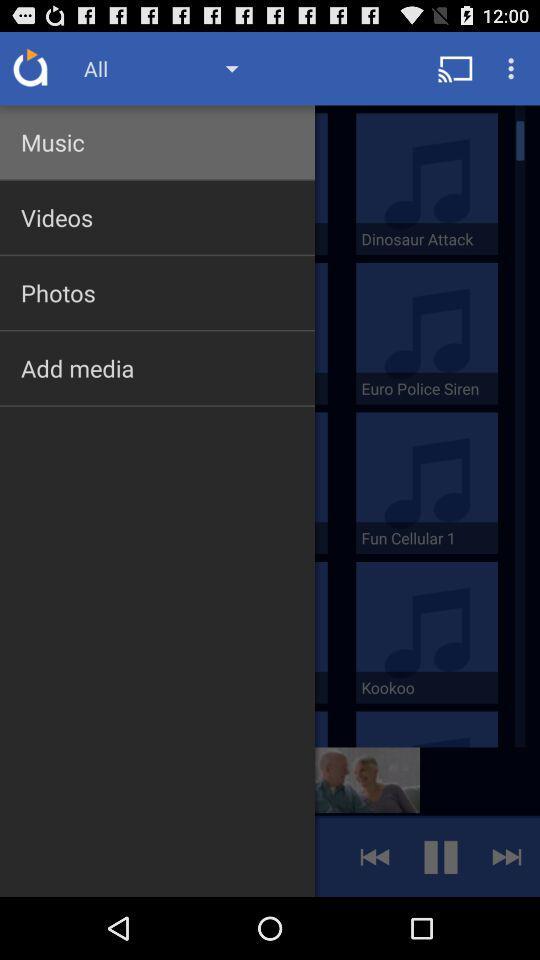  What do you see at coordinates (374, 917) in the screenshot?
I see `the av_rewind icon` at bounding box center [374, 917].